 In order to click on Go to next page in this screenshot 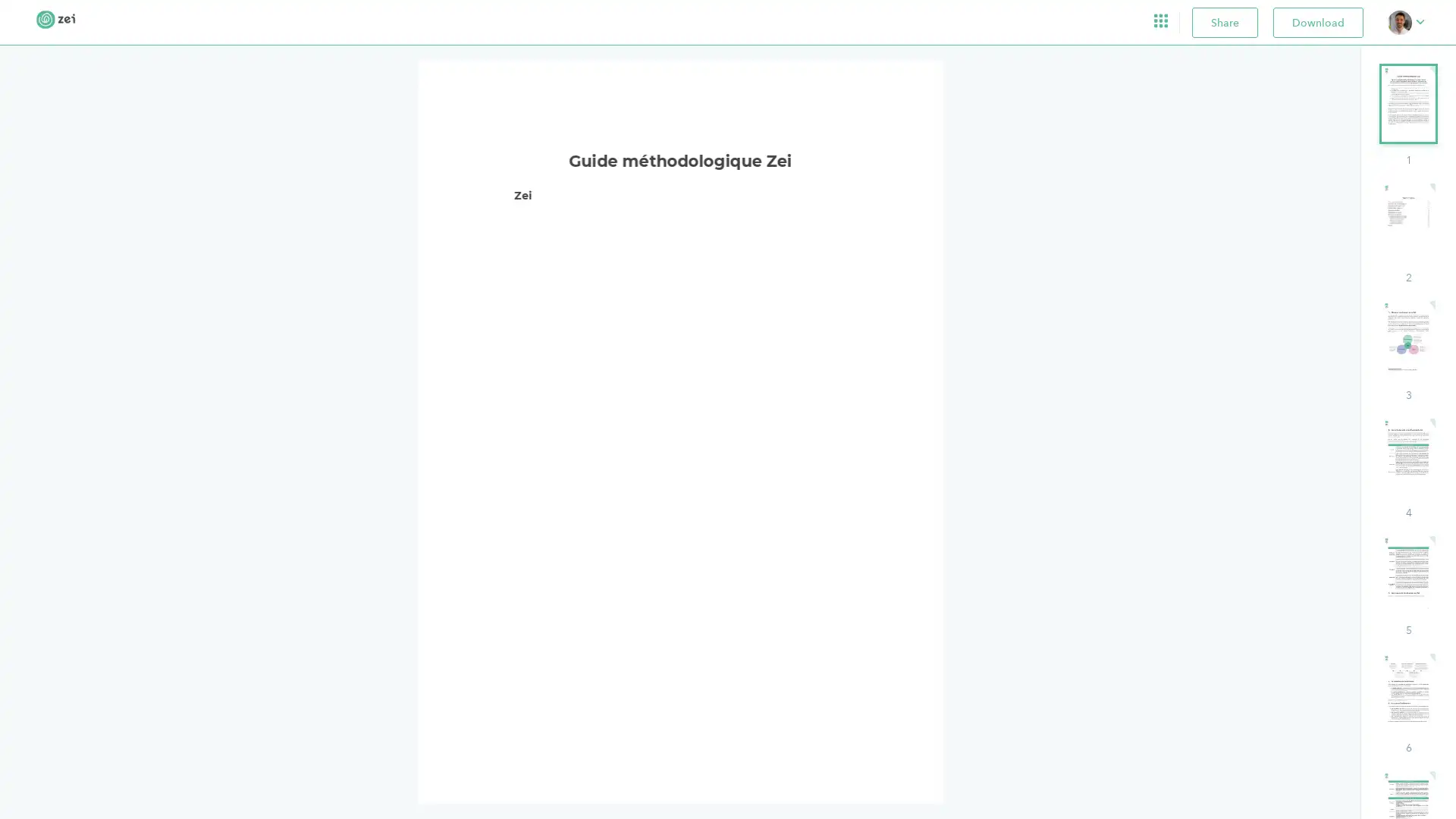, I will do `click(699, 767)`.